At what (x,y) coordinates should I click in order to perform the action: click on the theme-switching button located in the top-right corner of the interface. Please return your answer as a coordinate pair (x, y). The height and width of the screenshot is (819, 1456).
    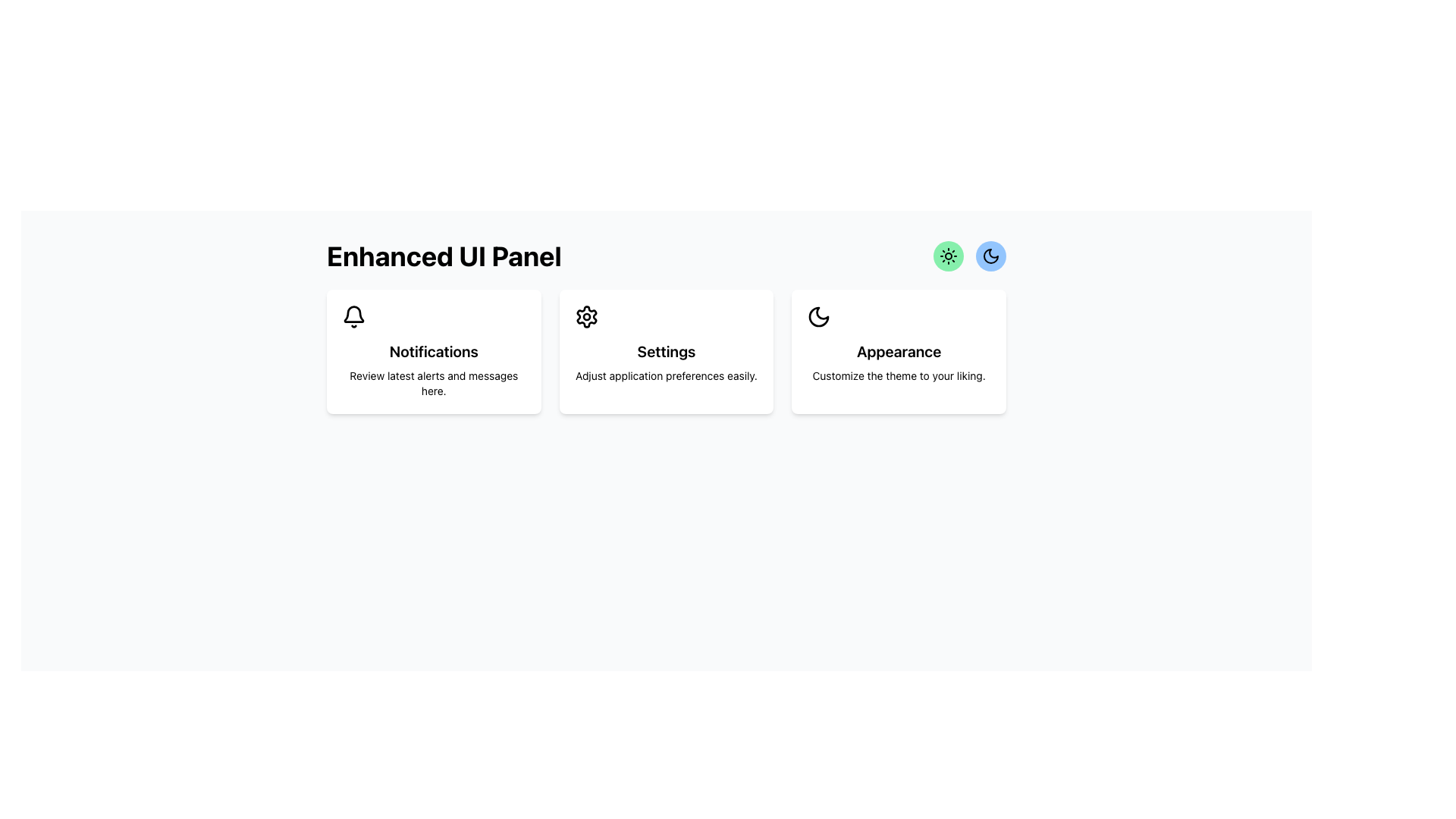
    Looking at the image, I should click on (948, 256).